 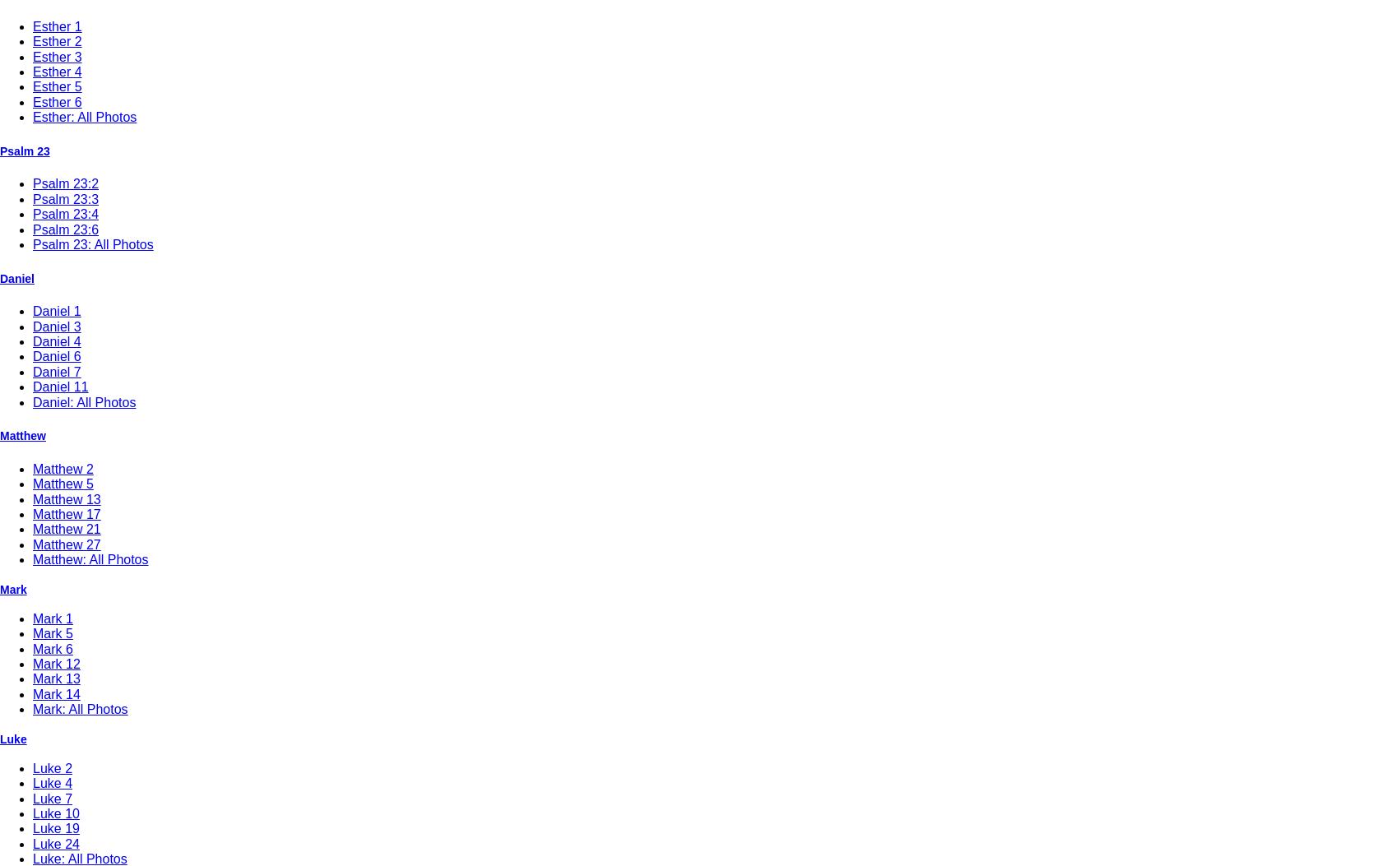 What do you see at coordinates (90, 559) in the screenshot?
I see `'Matthew: All Photos'` at bounding box center [90, 559].